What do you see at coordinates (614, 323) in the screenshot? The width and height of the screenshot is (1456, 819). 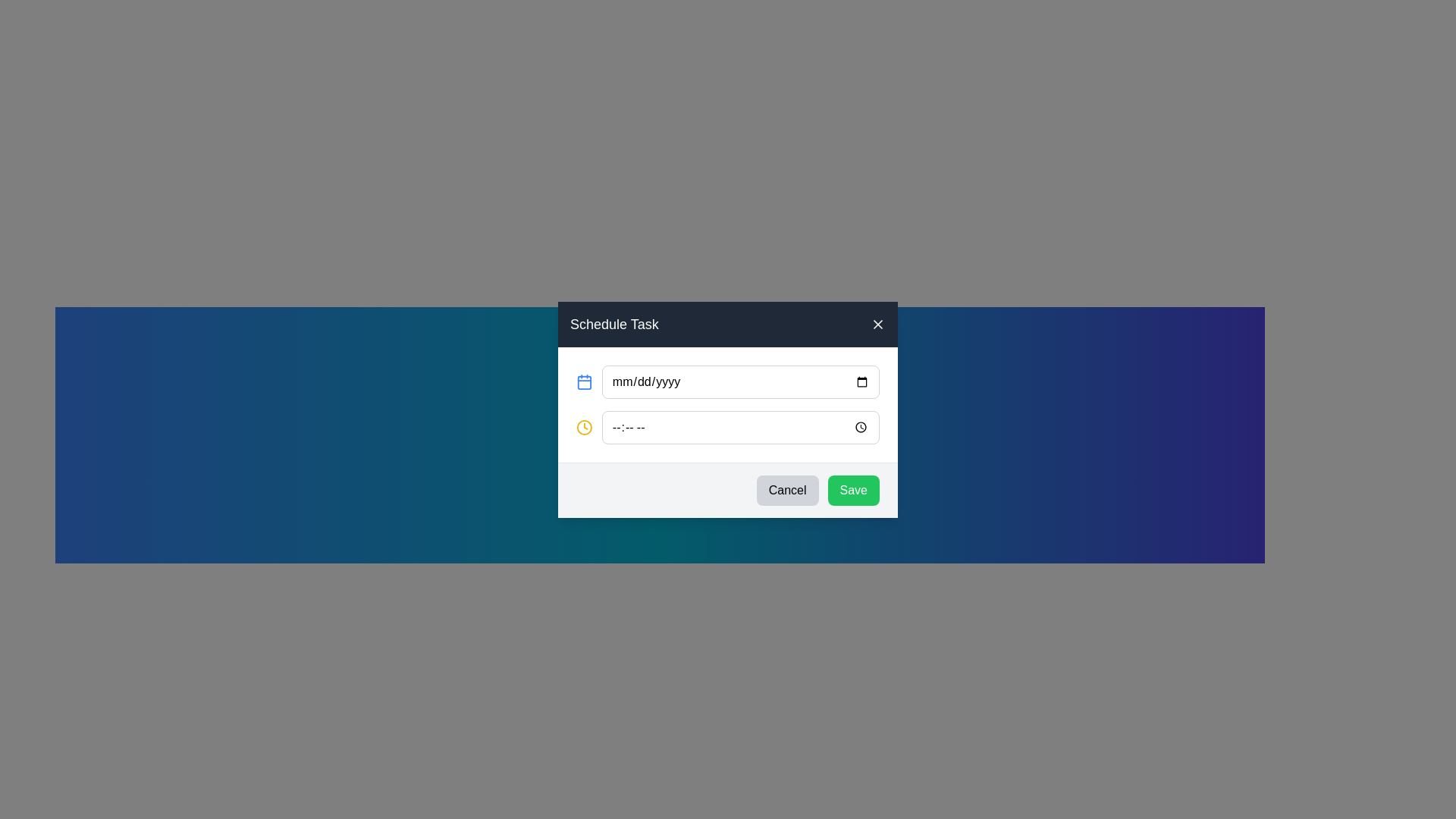 I see `the Static Text Label that serves as the title for the dialog box, located in the header bar at the top left, next to the 'X' icon` at bounding box center [614, 323].